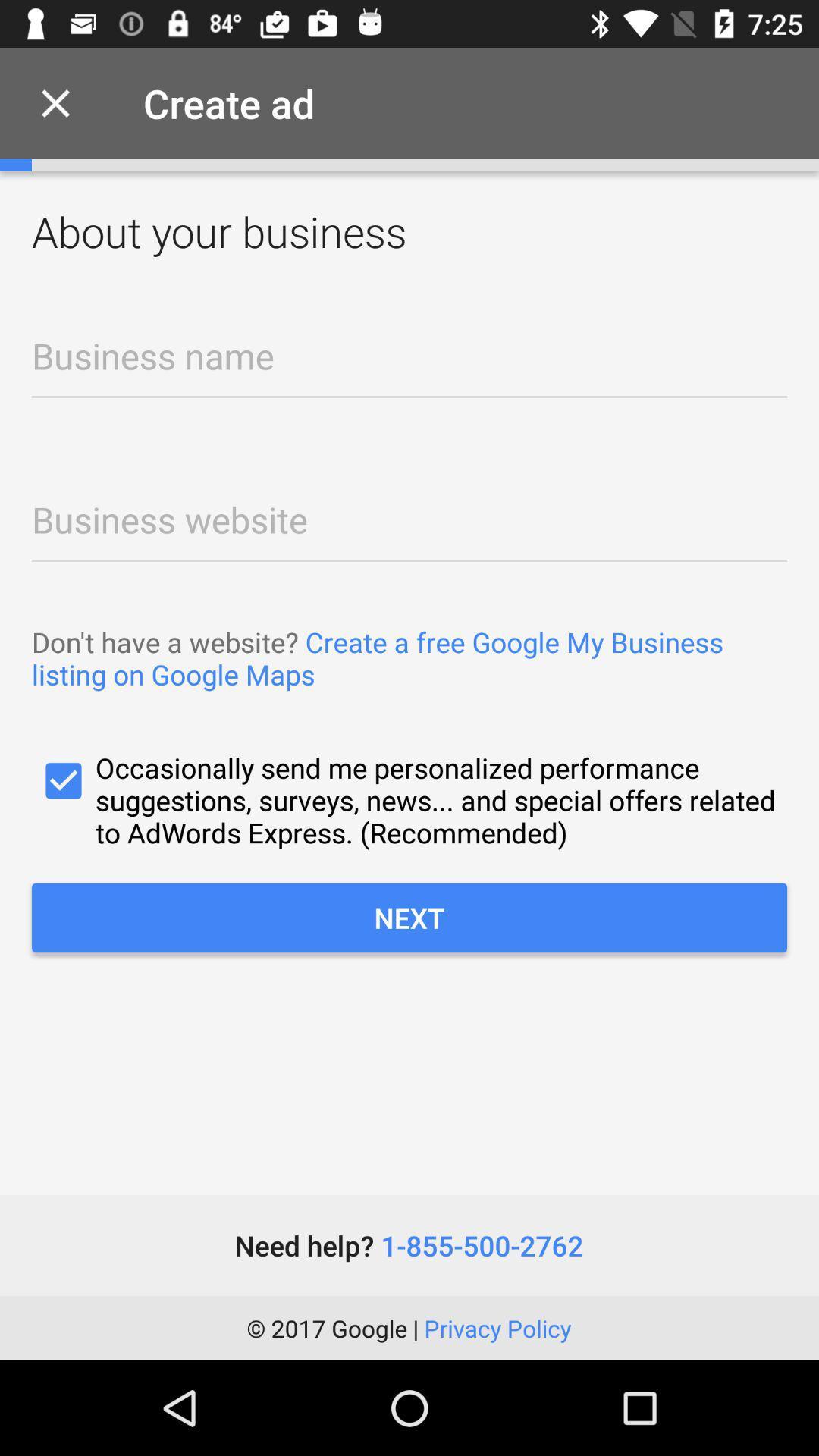  Describe the element at coordinates (409, 366) in the screenshot. I see `the icon below about your business item` at that location.